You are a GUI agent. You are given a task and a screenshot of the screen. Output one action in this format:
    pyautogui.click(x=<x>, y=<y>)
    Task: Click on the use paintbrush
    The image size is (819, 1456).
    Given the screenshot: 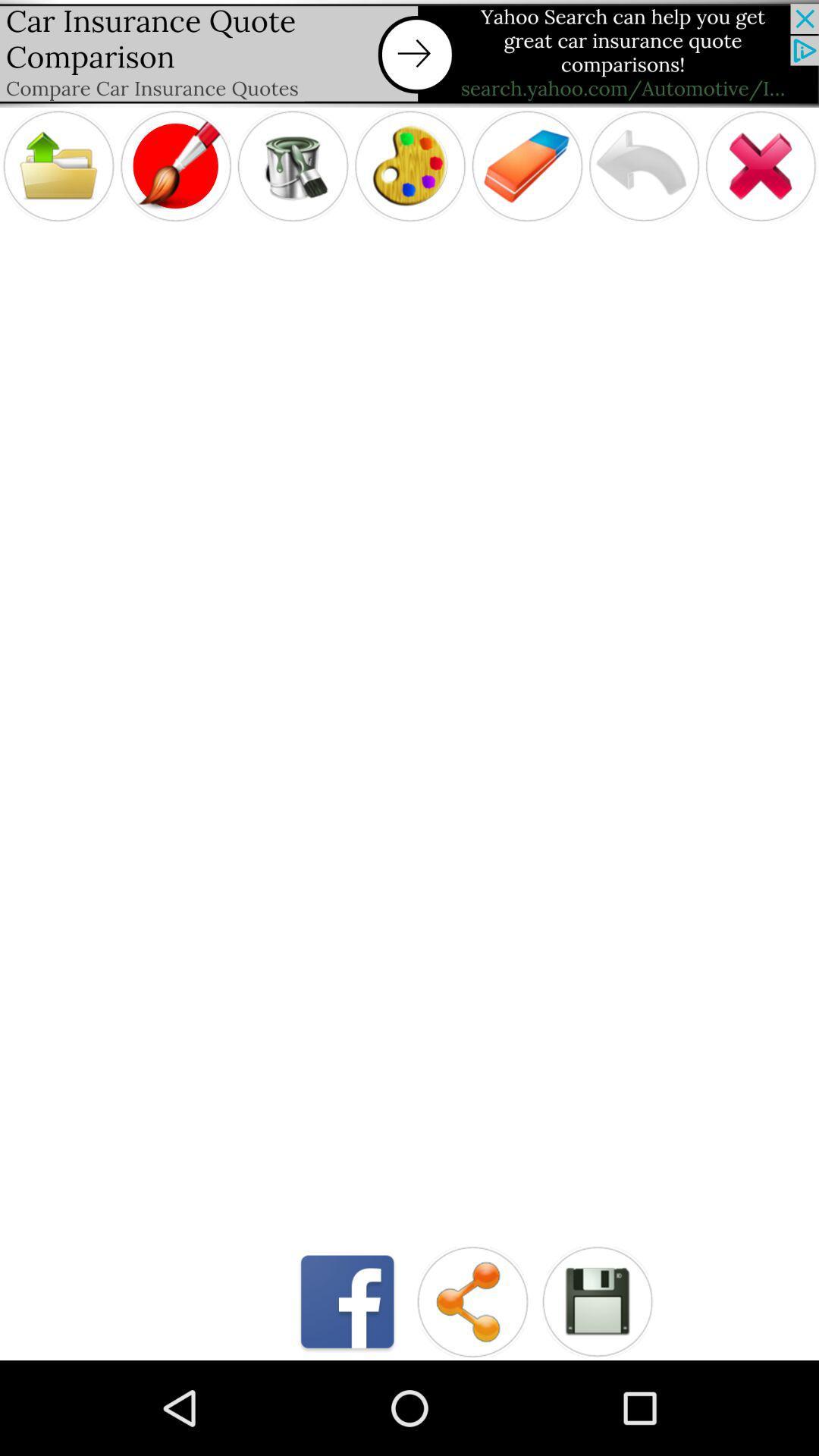 What is the action you would take?
    pyautogui.click(x=174, y=166)
    